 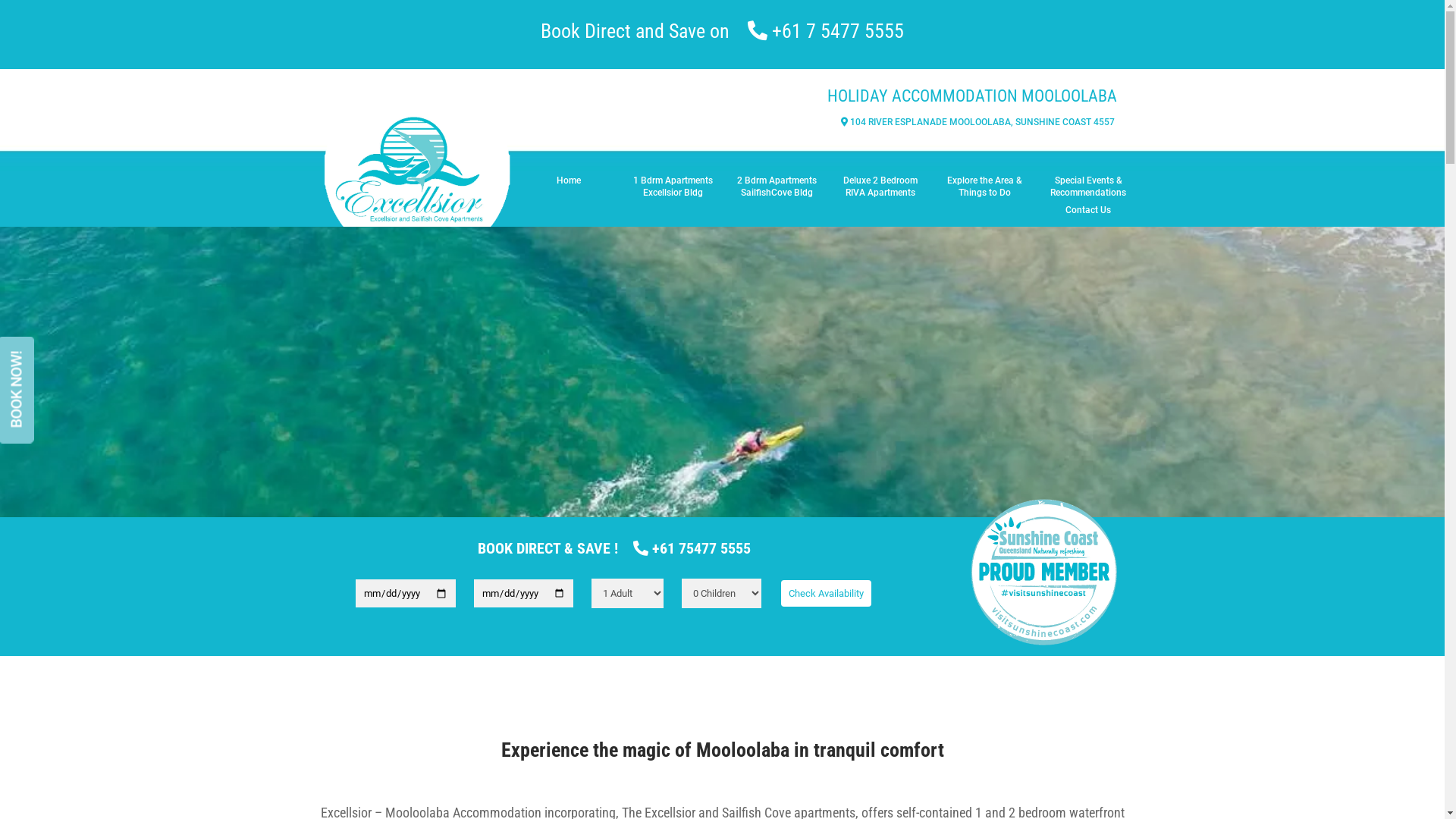 What do you see at coordinates (1045, 573) in the screenshot?
I see `'SSC'` at bounding box center [1045, 573].